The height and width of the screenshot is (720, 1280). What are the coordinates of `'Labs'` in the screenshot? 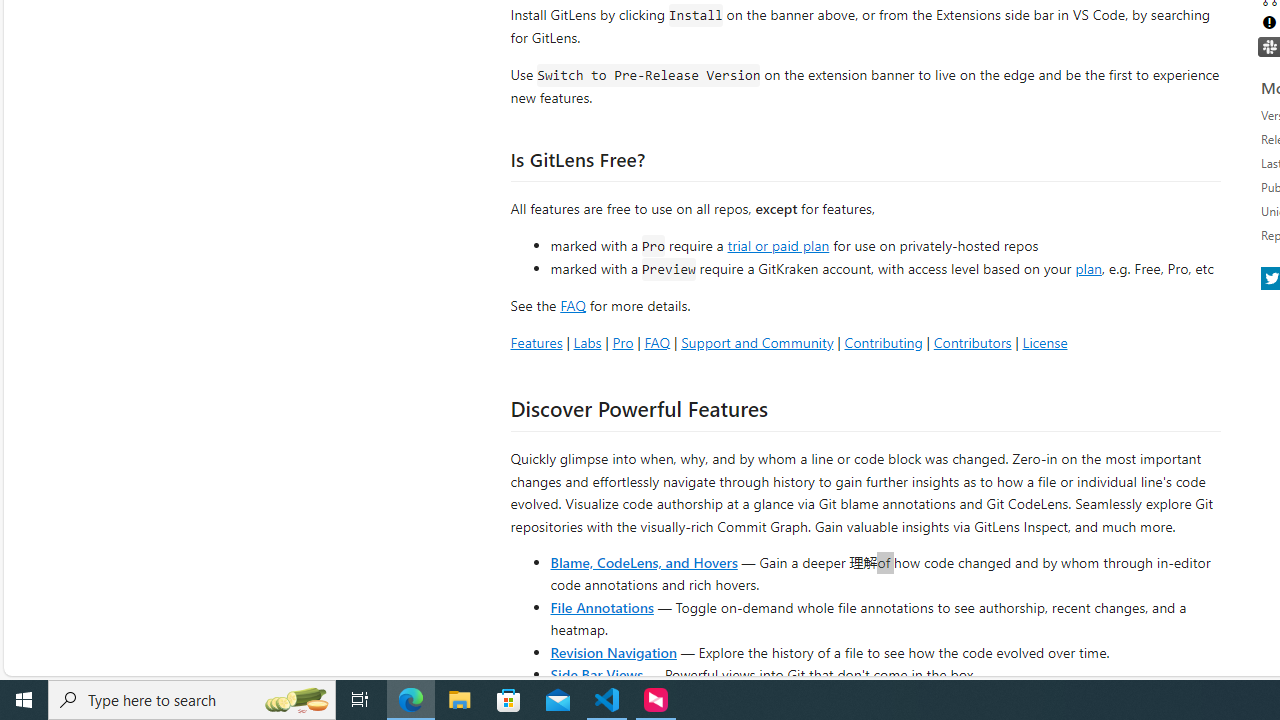 It's located at (586, 341).